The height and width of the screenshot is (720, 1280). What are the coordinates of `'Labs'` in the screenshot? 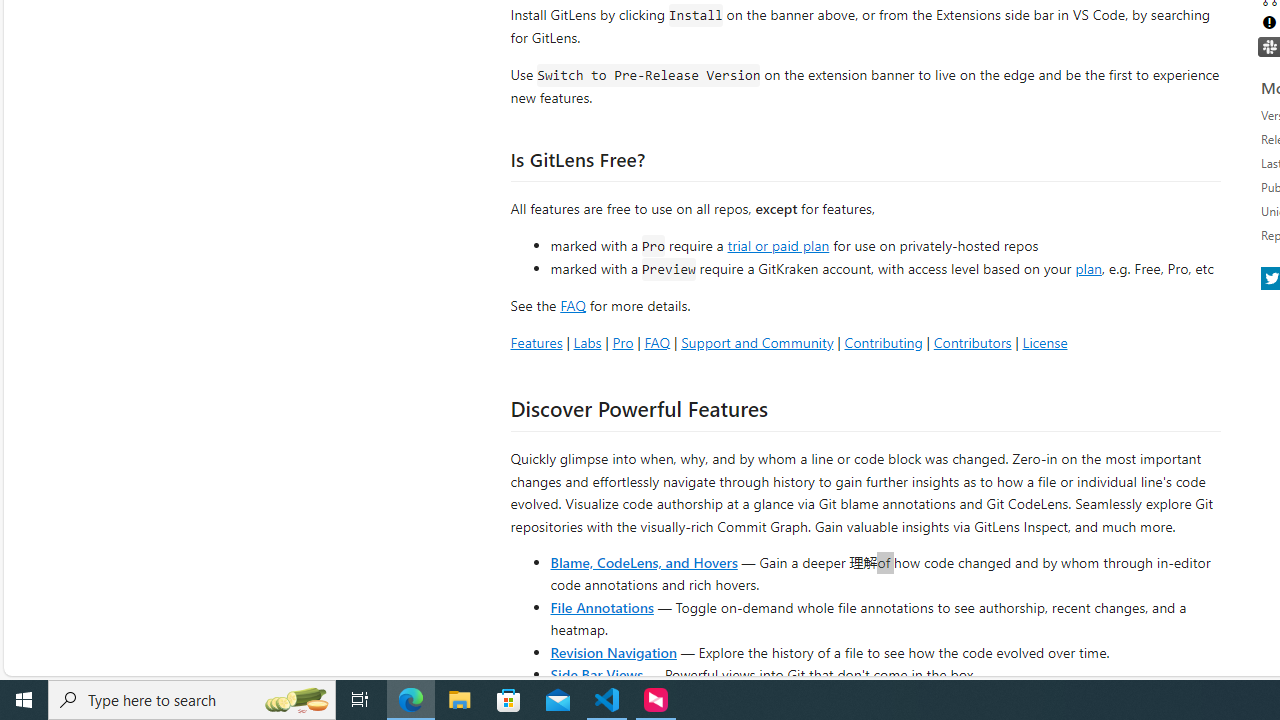 It's located at (586, 341).